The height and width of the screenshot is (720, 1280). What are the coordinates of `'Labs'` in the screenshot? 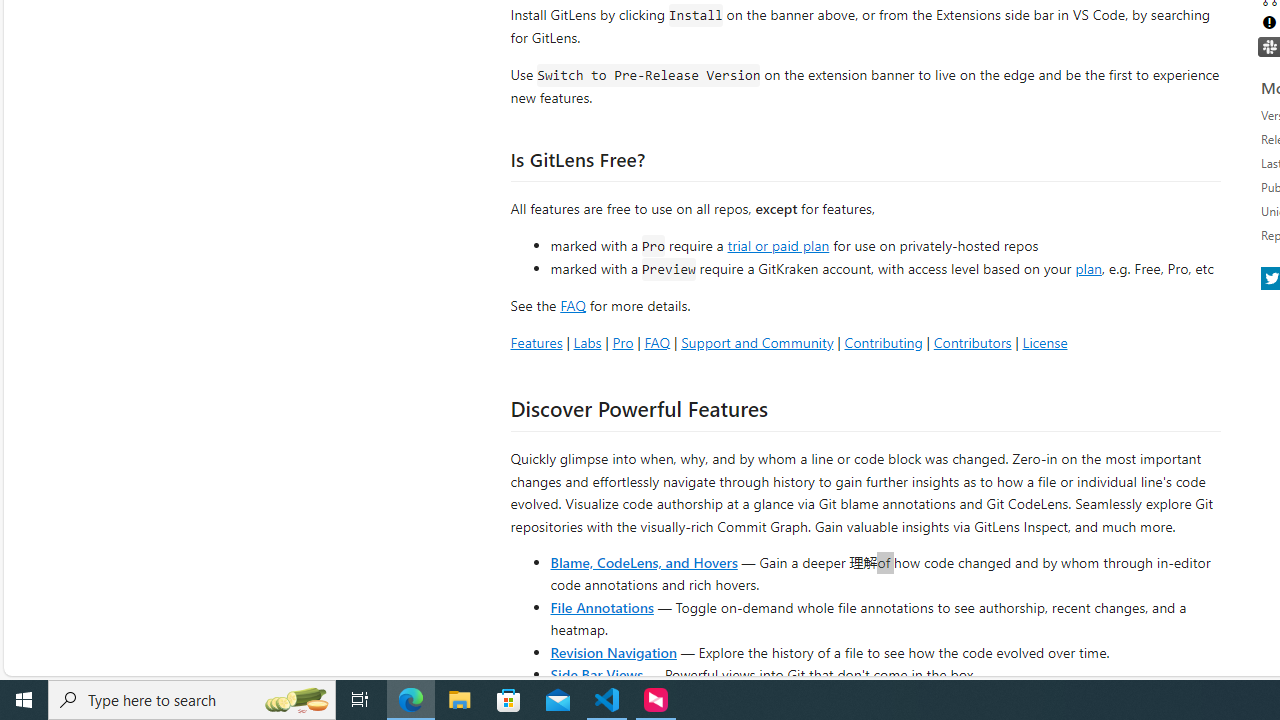 It's located at (586, 341).